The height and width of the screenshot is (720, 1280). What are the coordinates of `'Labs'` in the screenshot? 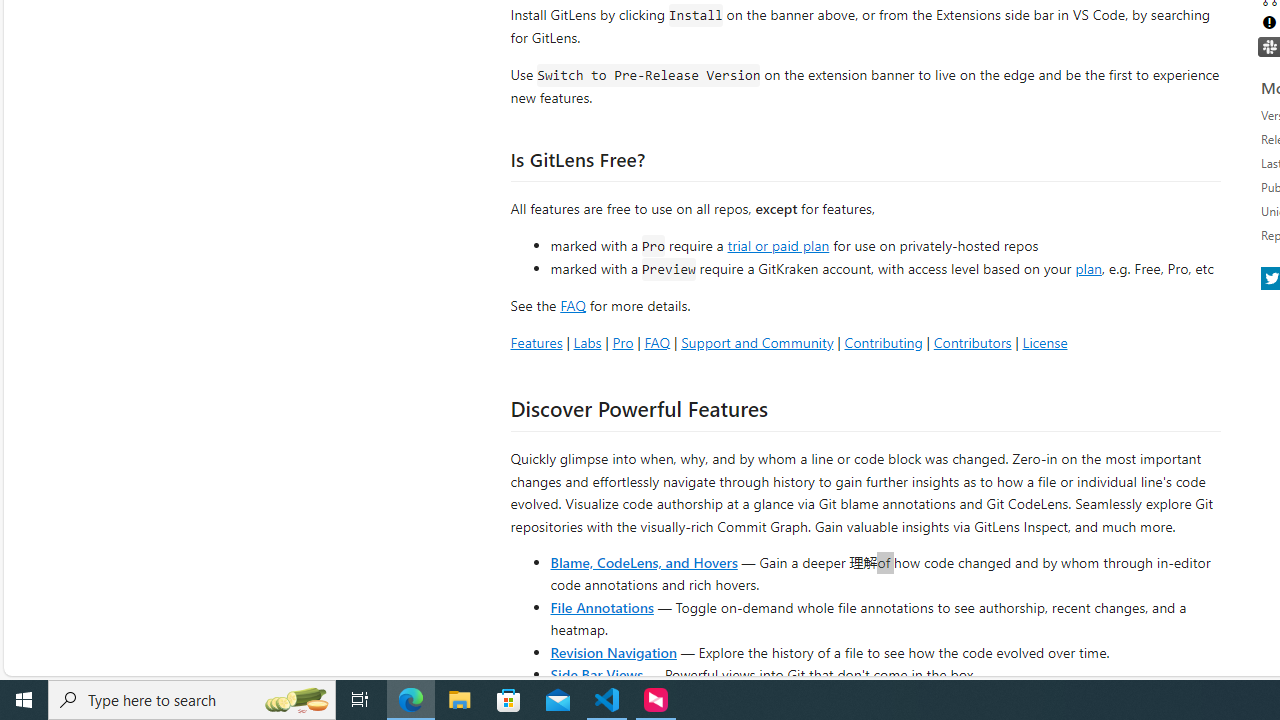 It's located at (586, 341).